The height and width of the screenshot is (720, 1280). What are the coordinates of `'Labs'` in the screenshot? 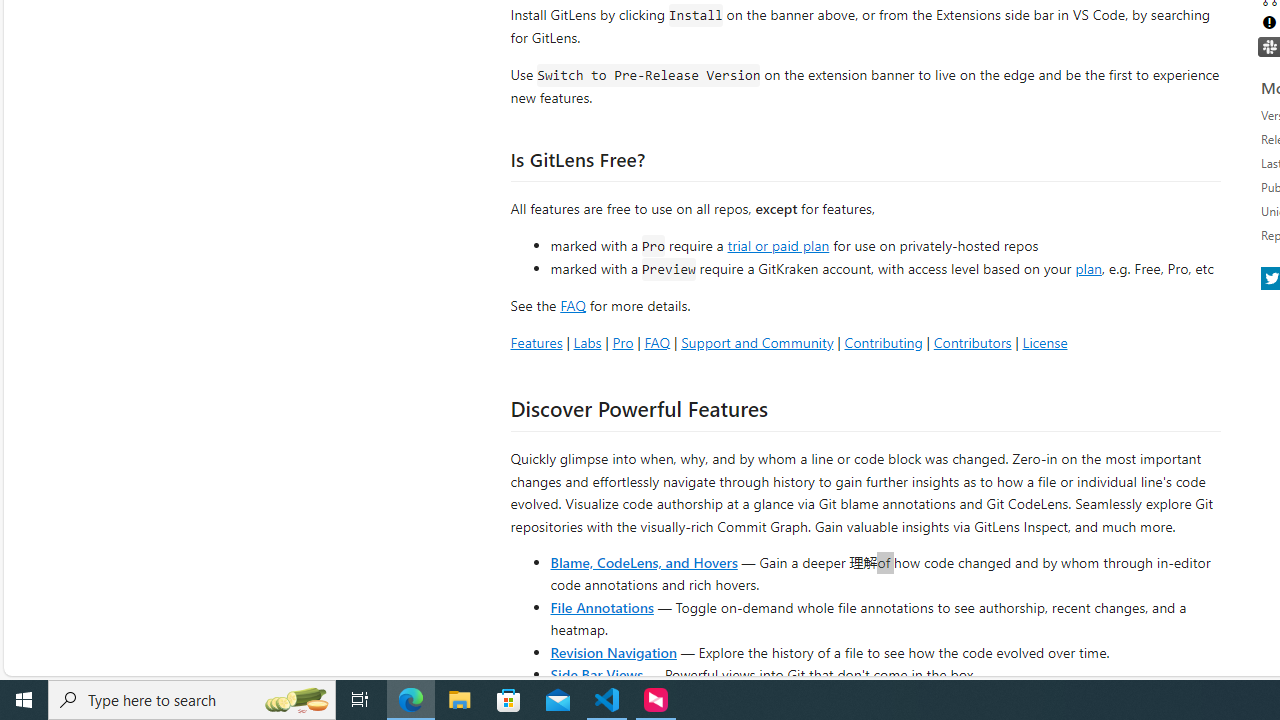 It's located at (586, 341).